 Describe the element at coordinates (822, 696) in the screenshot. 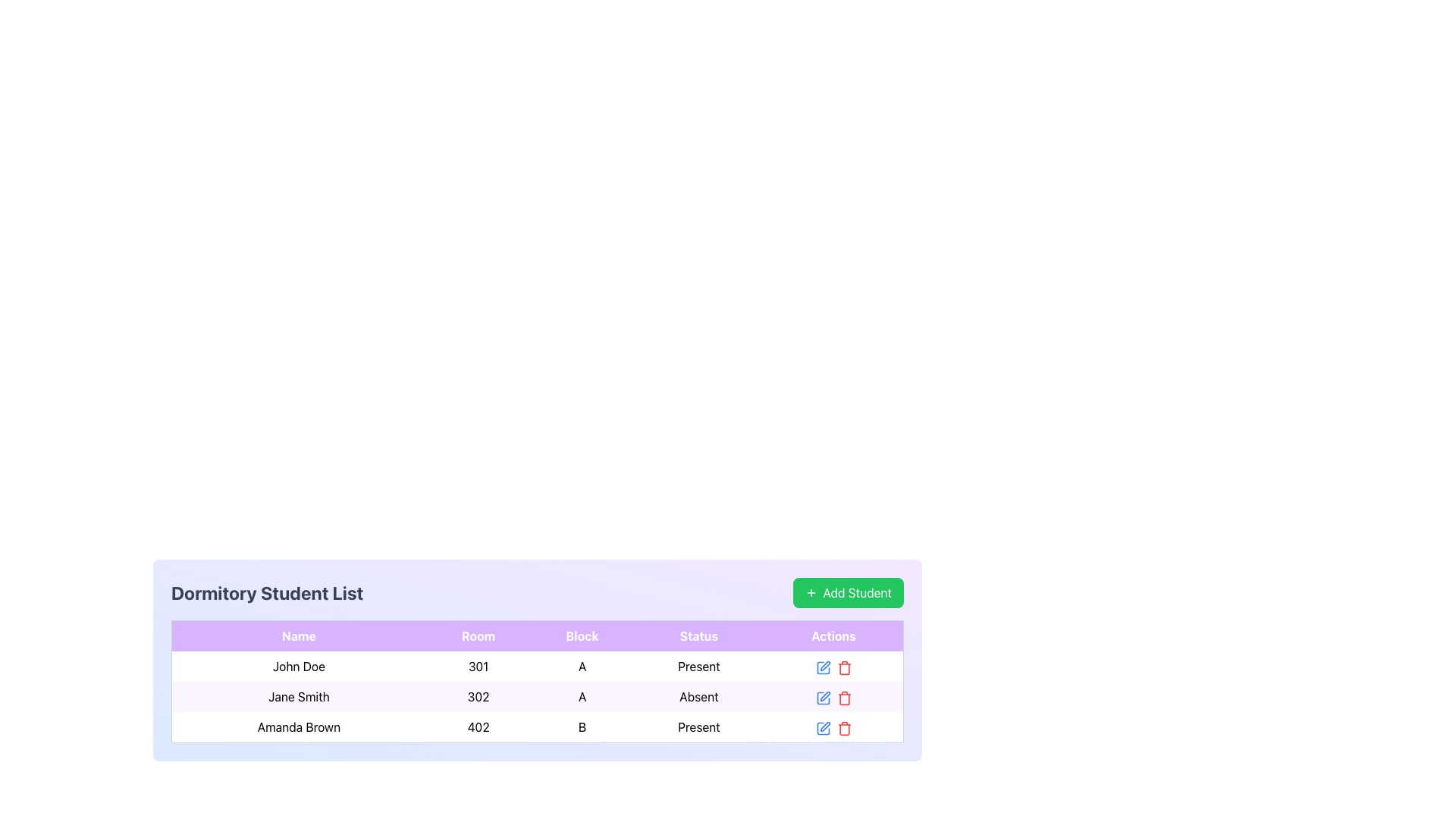

I see `the blue pen icon button in the 'Actions' column of the second row to initiate editing` at that location.